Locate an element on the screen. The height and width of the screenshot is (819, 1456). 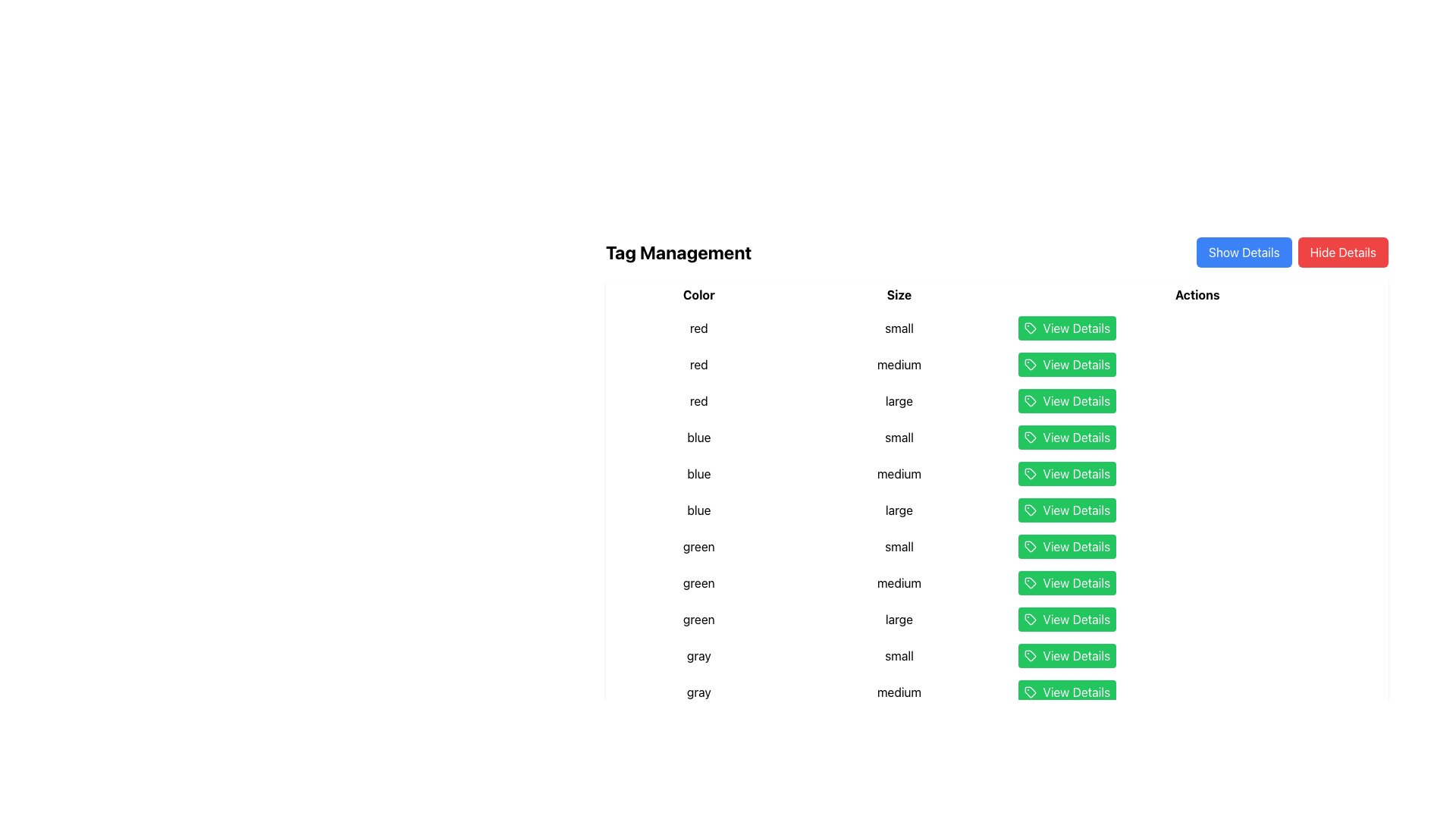
the tag-shaped icon located within the 'View Details' button in the 'Actions' column of the table is located at coordinates (1031, 510).